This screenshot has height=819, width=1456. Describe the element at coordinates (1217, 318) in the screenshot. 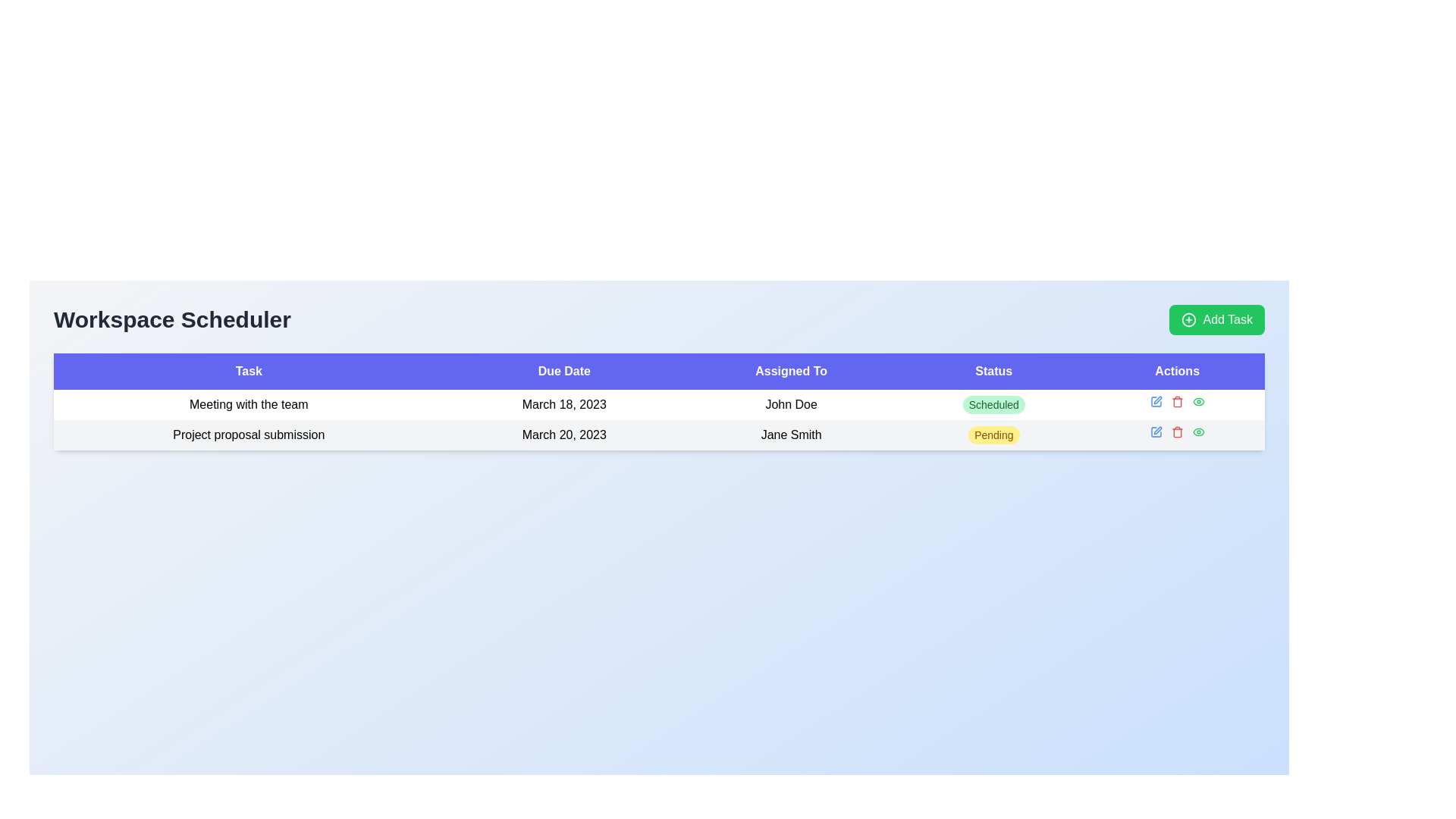

I see `the vibrant green 'Add Task' button located in the top-right corner of the 'Workspace Scheduler' section` at that location.